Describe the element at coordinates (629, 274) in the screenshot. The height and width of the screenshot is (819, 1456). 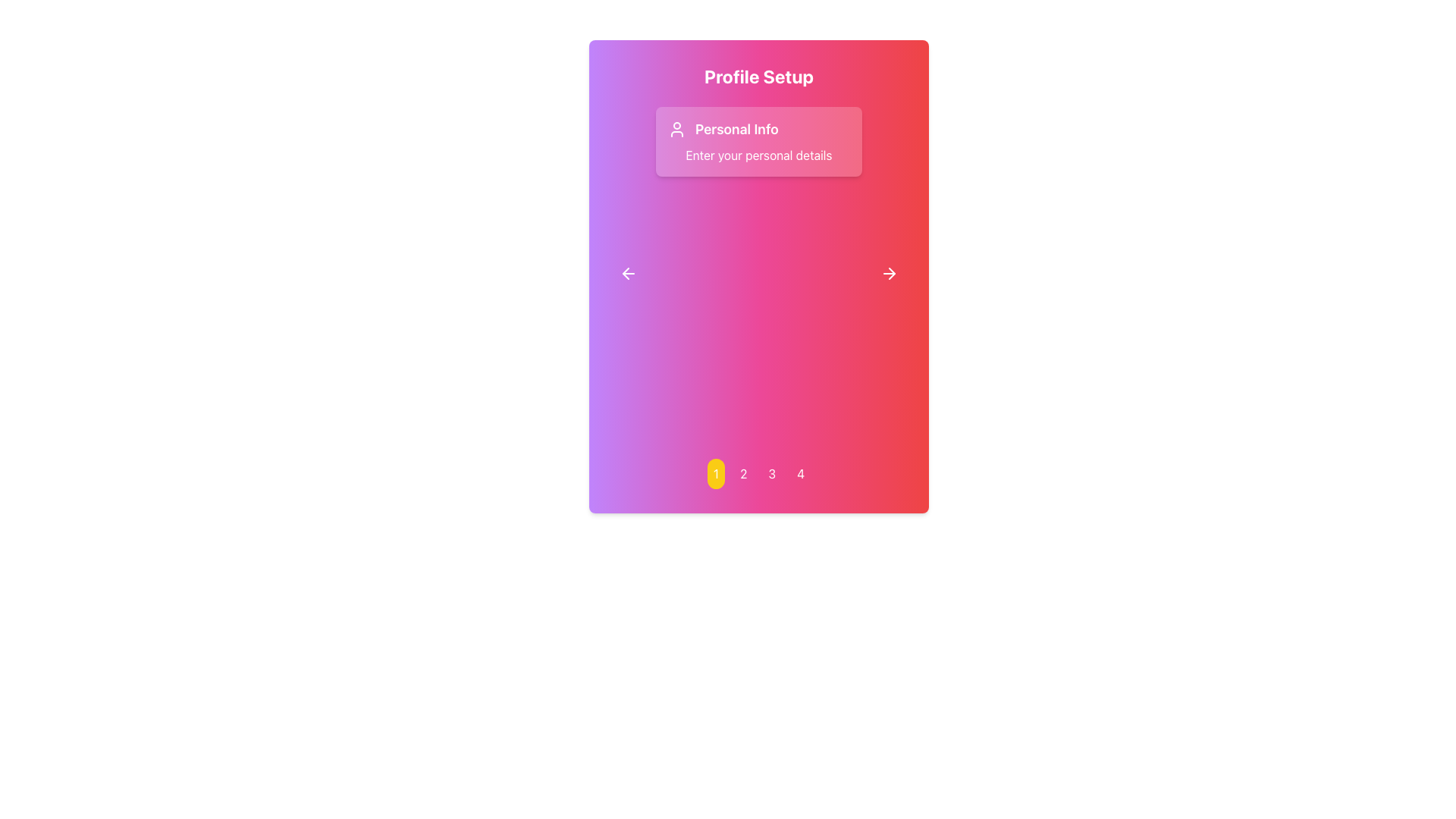
I see `the backward navigation button located in the left-hand section of the modal` at that location.